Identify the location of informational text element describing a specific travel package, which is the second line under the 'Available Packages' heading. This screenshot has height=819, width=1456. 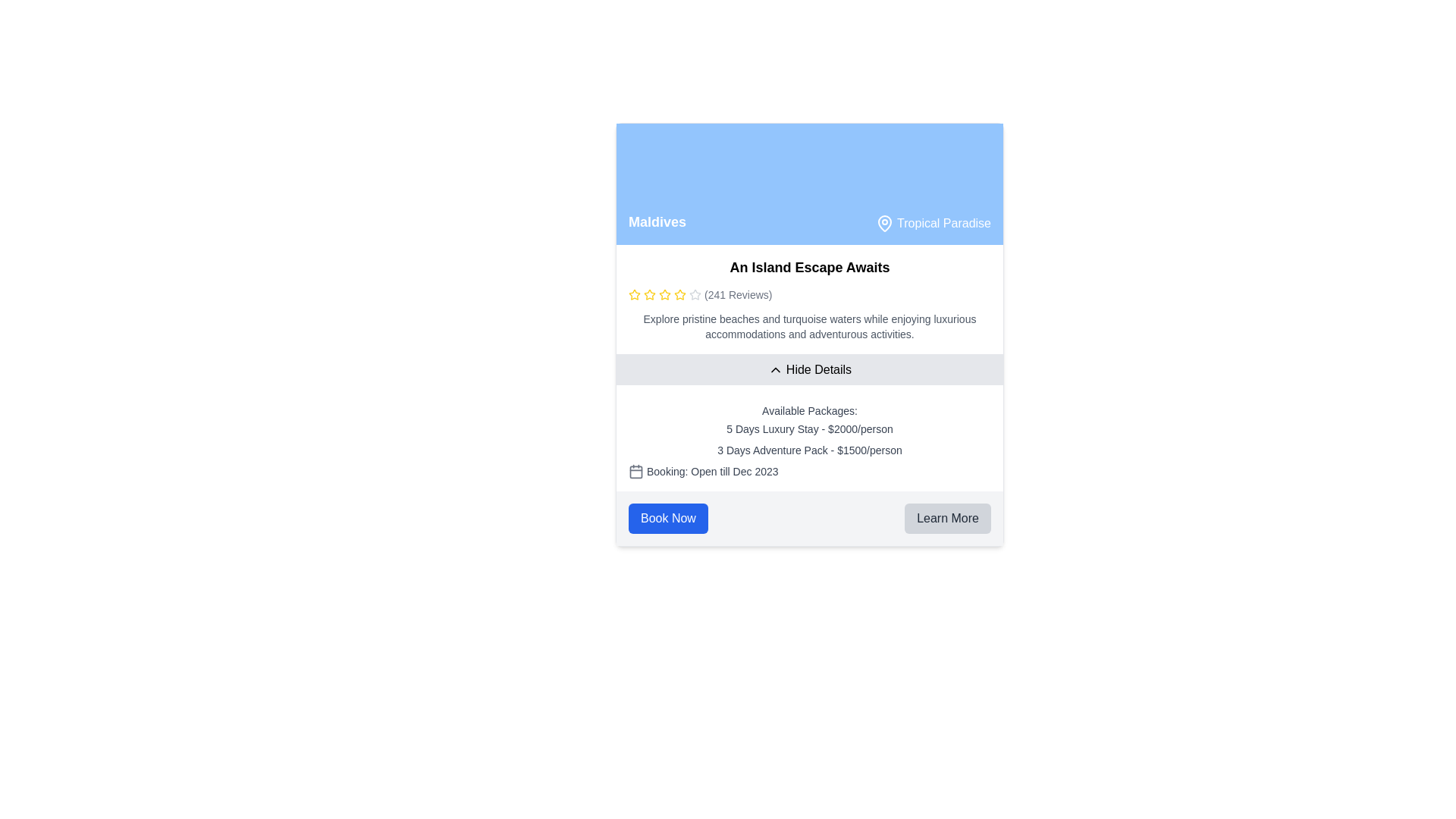
(809, 450).